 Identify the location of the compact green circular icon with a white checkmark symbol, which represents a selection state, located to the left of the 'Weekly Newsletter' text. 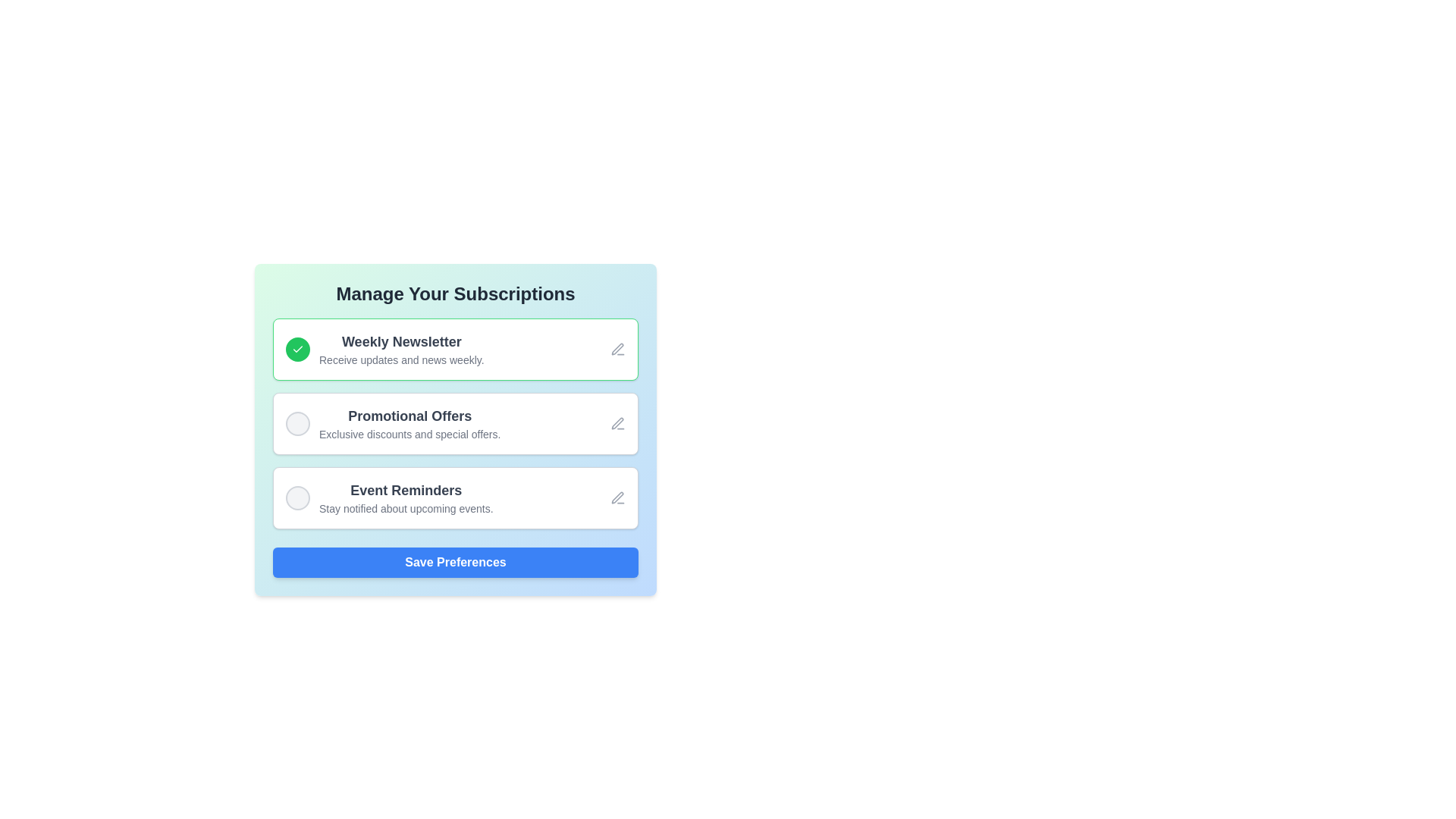
(298, 350).